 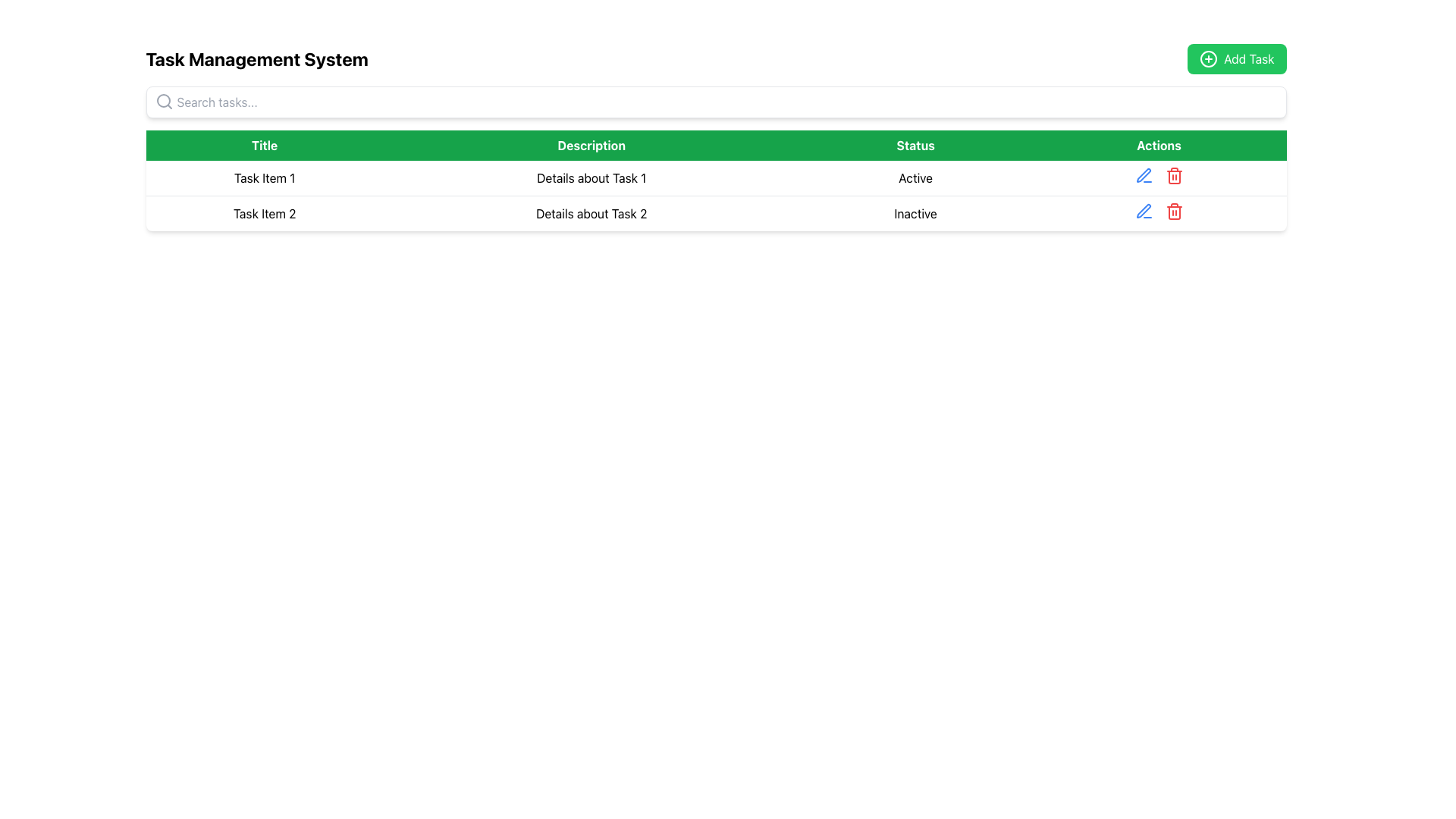 I want to click on the red trashcan icon-based button, so click(x=1173, y=211).